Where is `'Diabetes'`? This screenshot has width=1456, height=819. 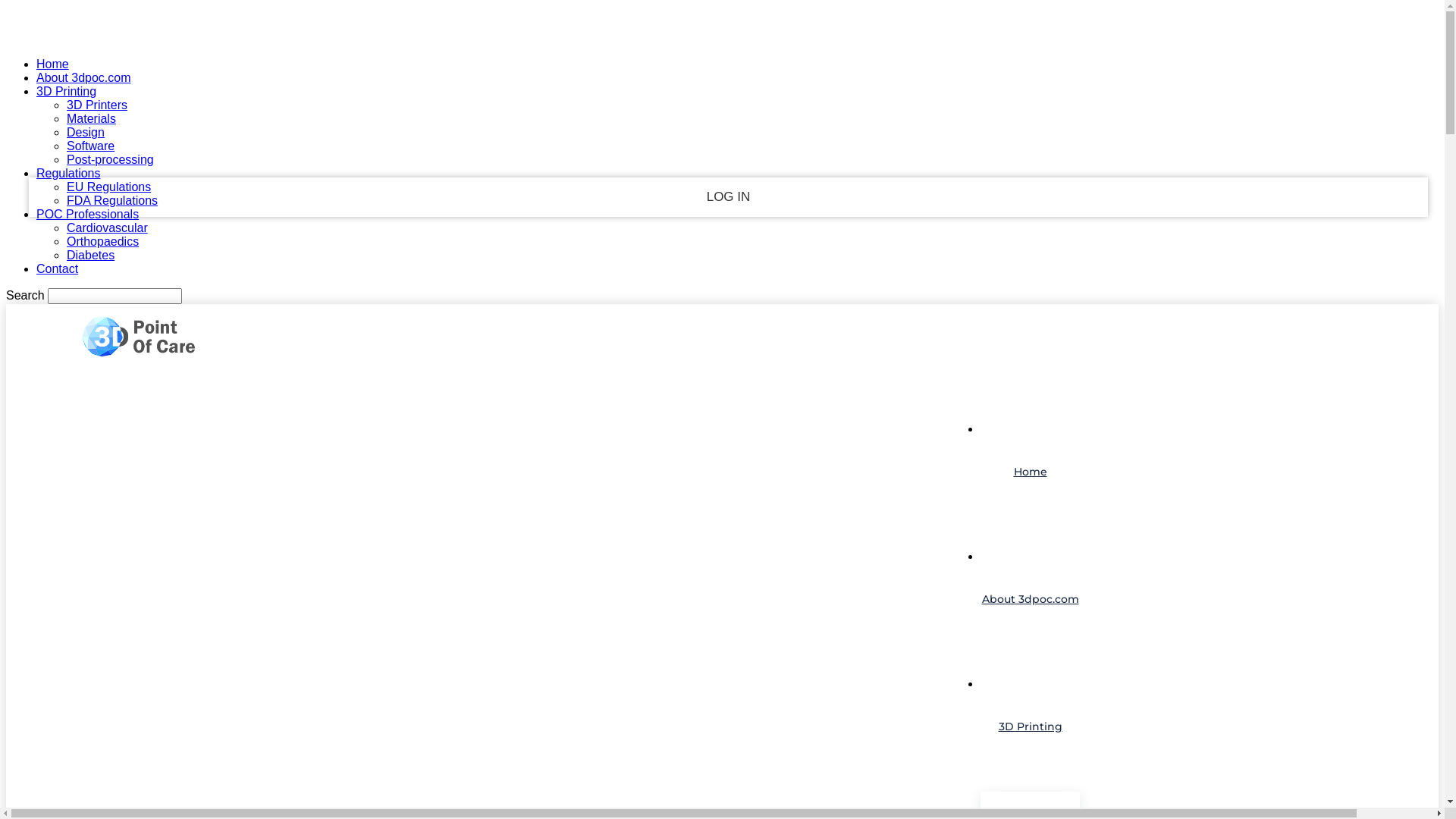
'Diabetes' is located at coordinates (89, 254).